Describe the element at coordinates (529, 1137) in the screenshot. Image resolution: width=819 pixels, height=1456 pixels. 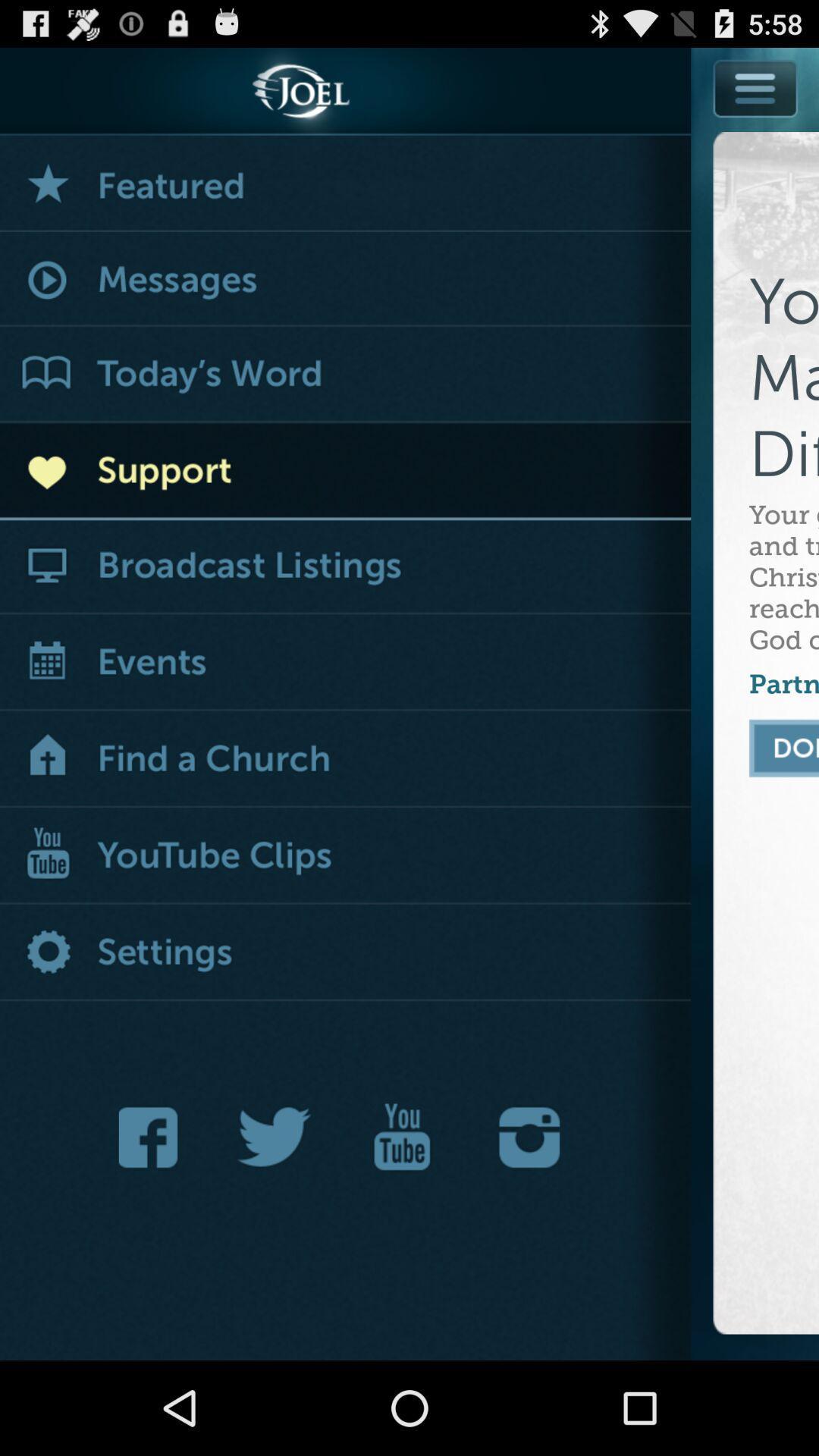
I see `instagram` at that location.